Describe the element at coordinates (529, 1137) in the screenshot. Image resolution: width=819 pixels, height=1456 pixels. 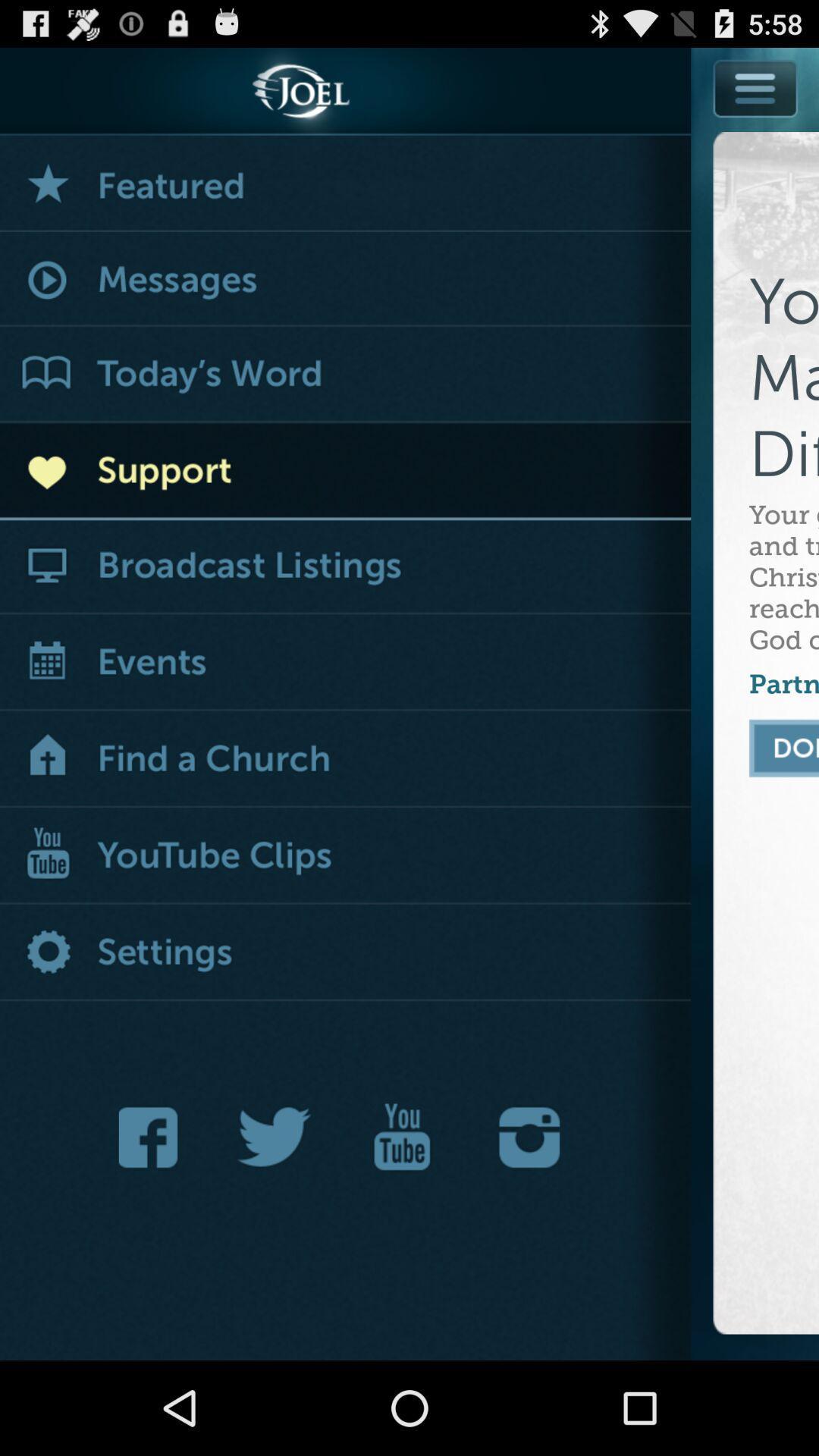
I see `instagram` at that location.